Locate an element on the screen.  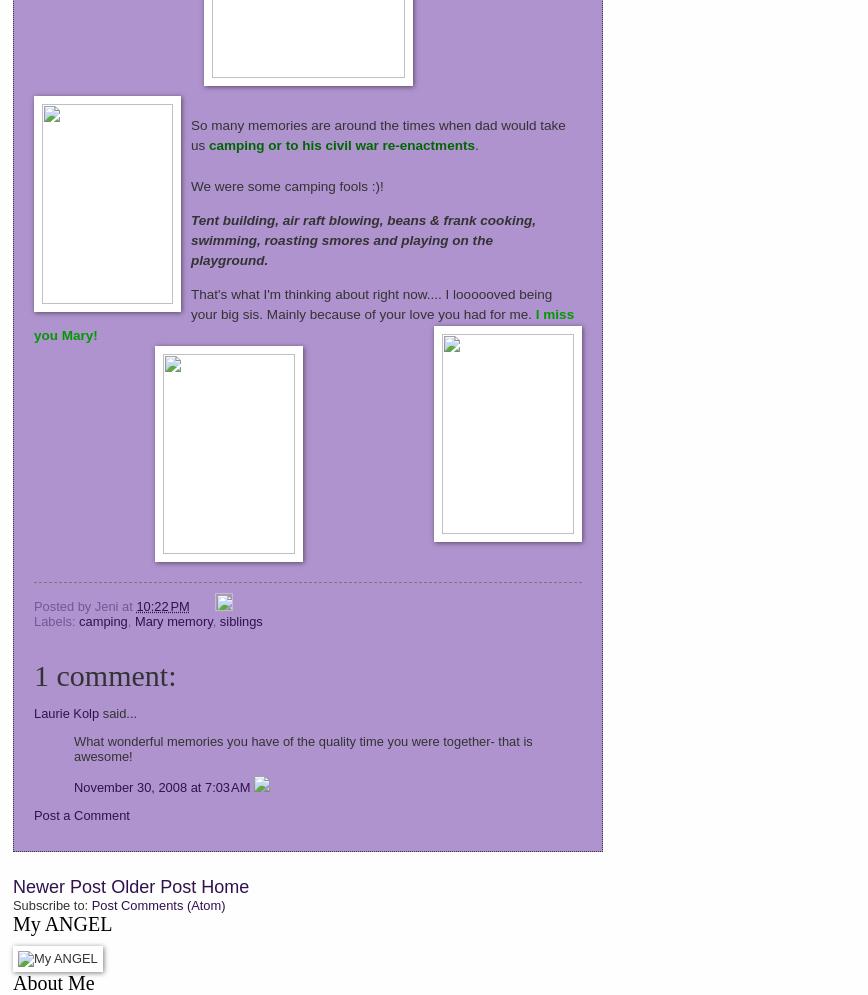
'What wonderful memories you have of the quality time you were together- that is awesome!' is located at coordinates (303, 747).